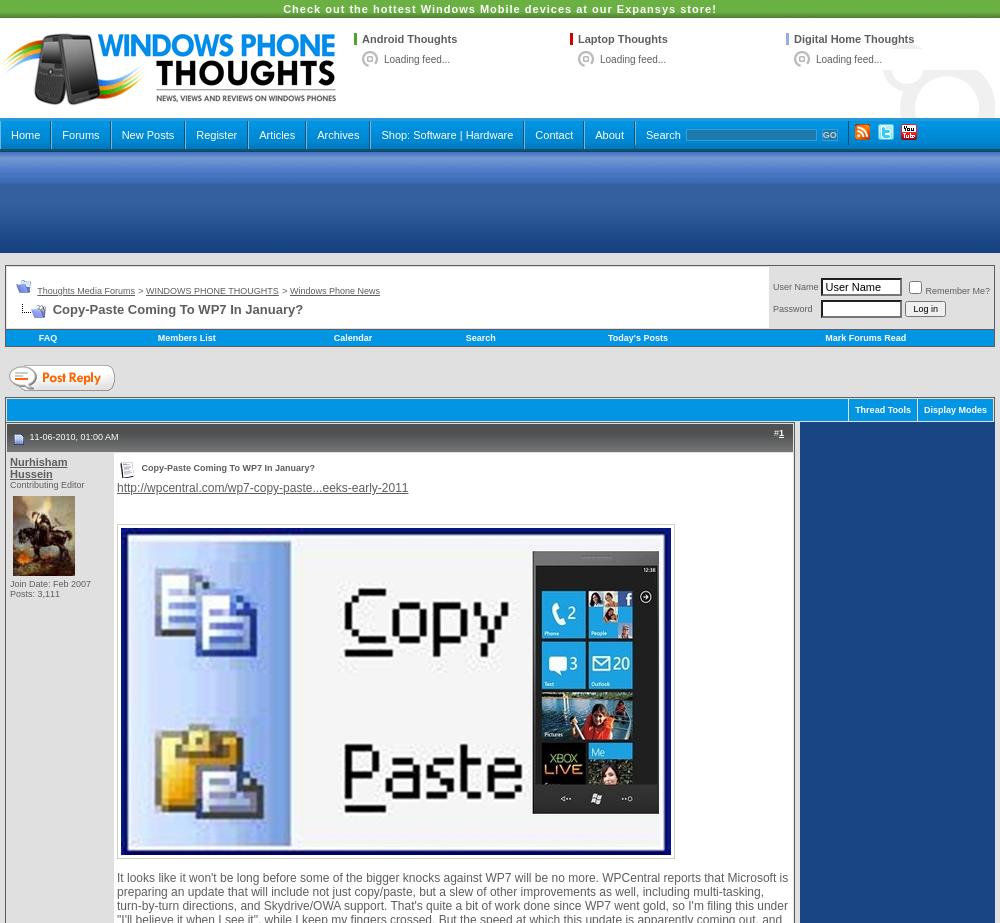  Describe the element at coordinates (47, 338) in the screenshot. I see `'FAQ'` at that location.